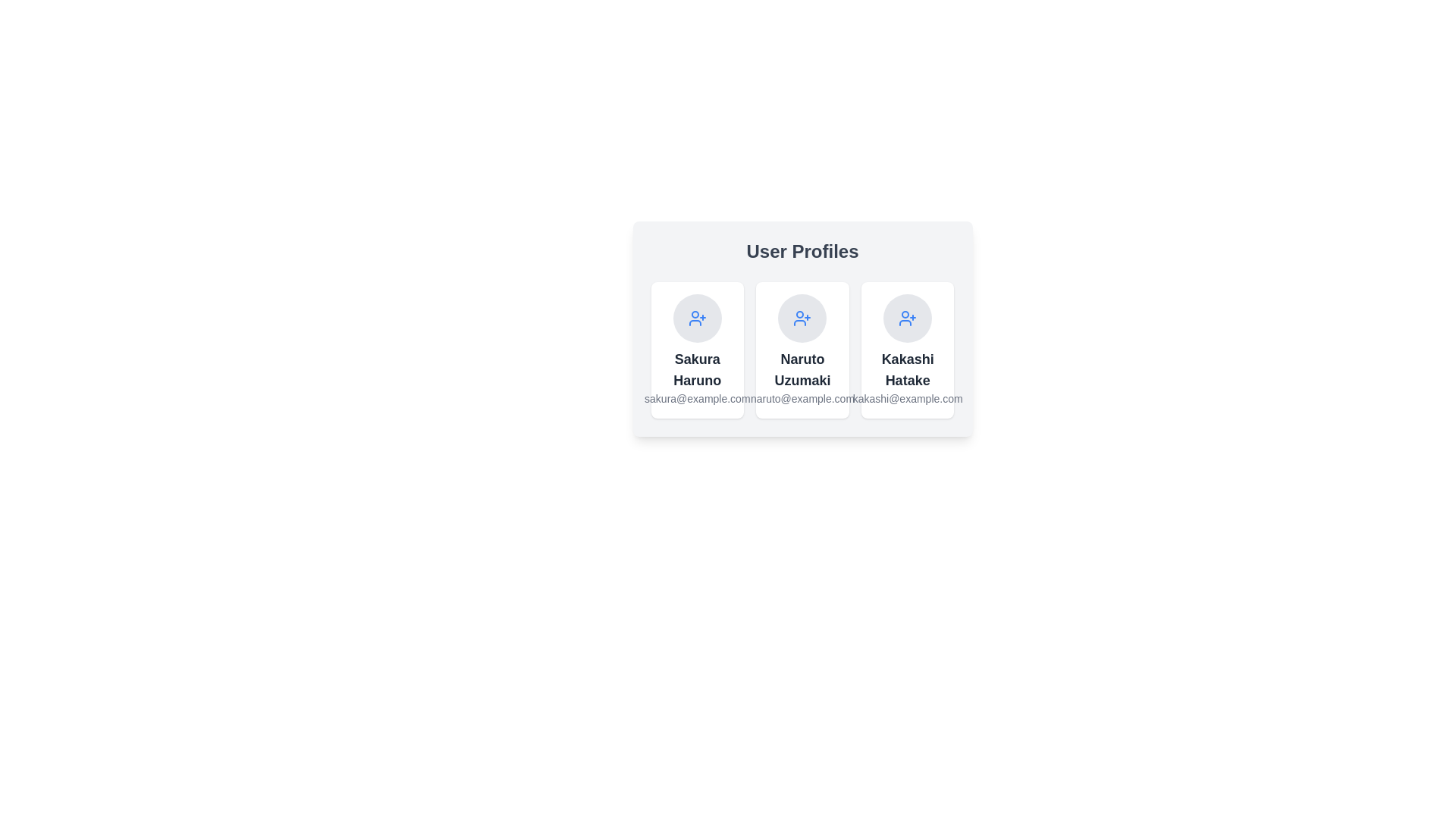 The height and width of the screenshot is (819, 1456). Describe the element at coordinates (696, 350) in the screenshot. I see `the profile card for 'Sakura Haruno'` at that location.